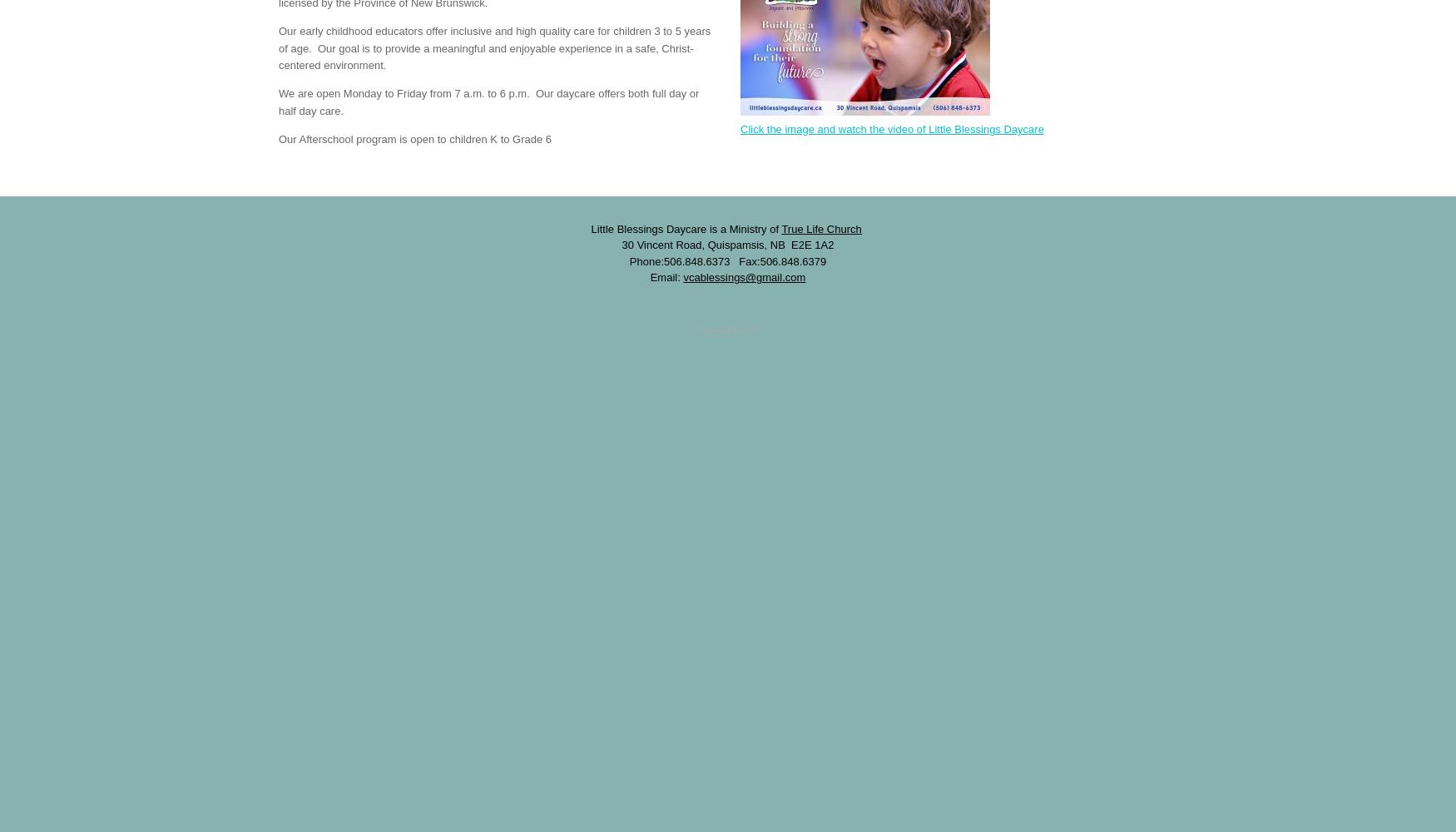  I want to click on 'Copyright 2022', so click(695, 330).